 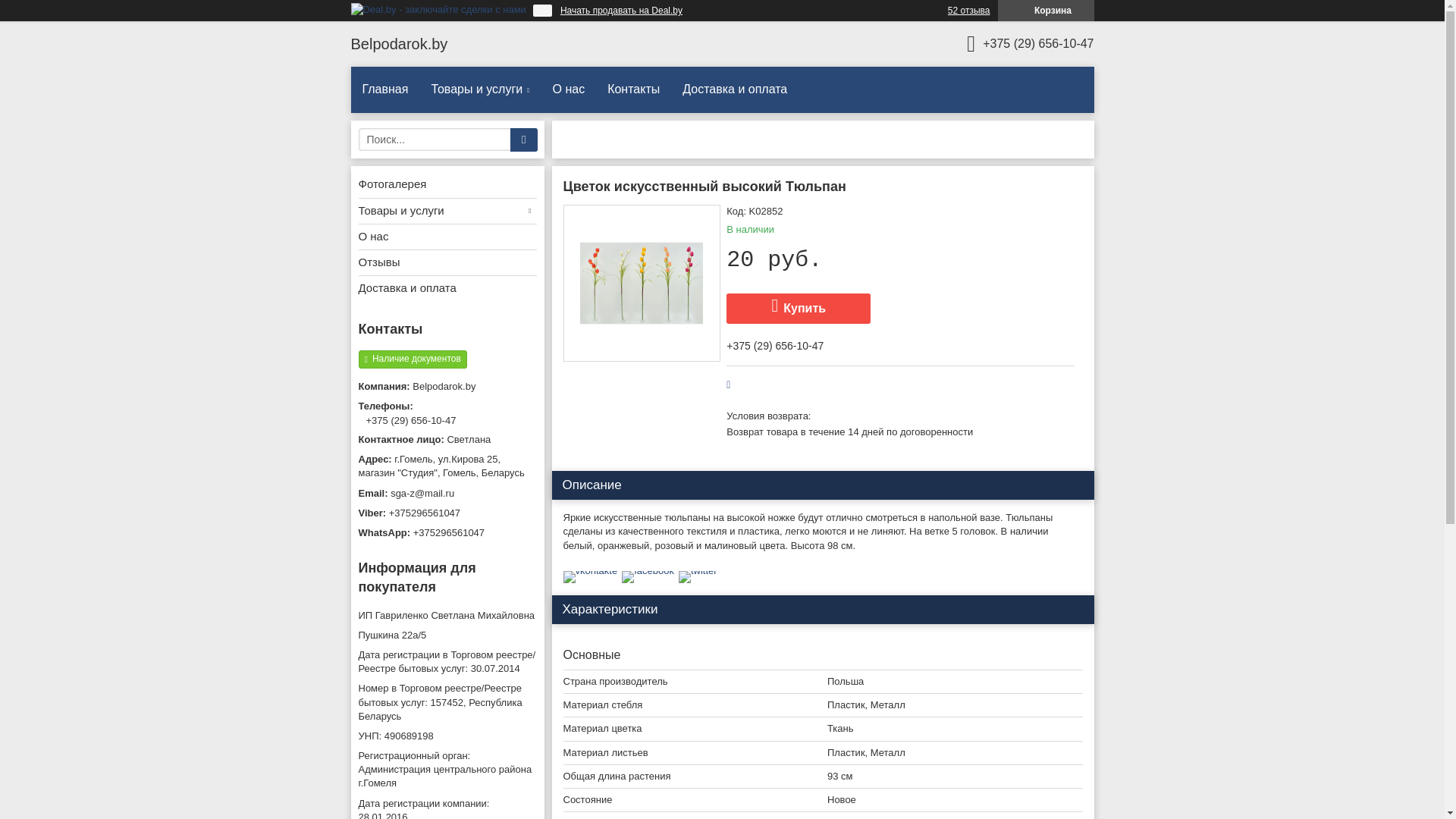 I want to click on 'sga-z@mail.ru', so click(x=446, y=494).